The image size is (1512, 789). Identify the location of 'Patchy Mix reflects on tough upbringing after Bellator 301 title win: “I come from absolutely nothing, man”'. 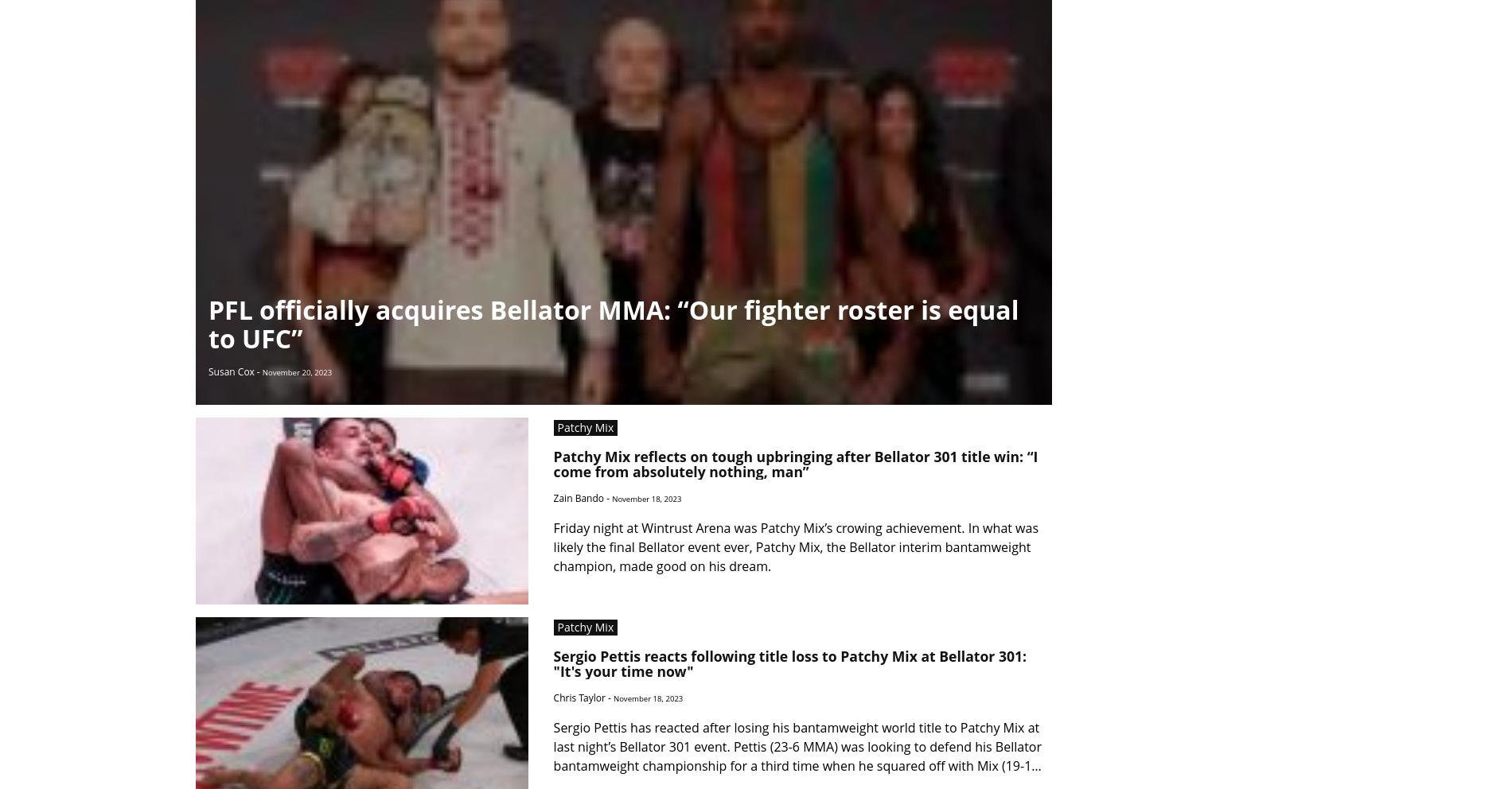
(795, 462).